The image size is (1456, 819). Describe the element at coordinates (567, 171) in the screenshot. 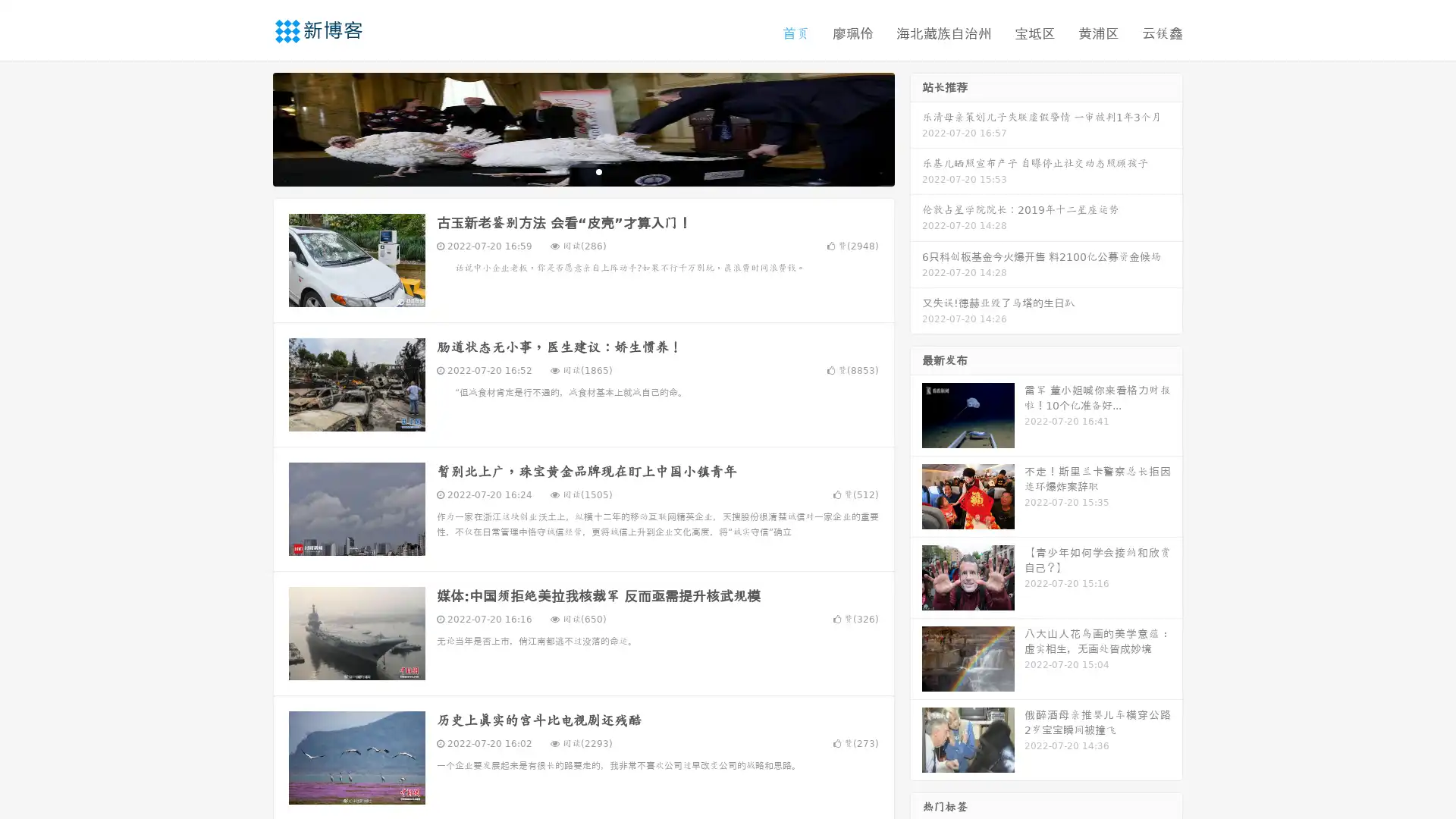

I see `Go to slide 1` at that location.